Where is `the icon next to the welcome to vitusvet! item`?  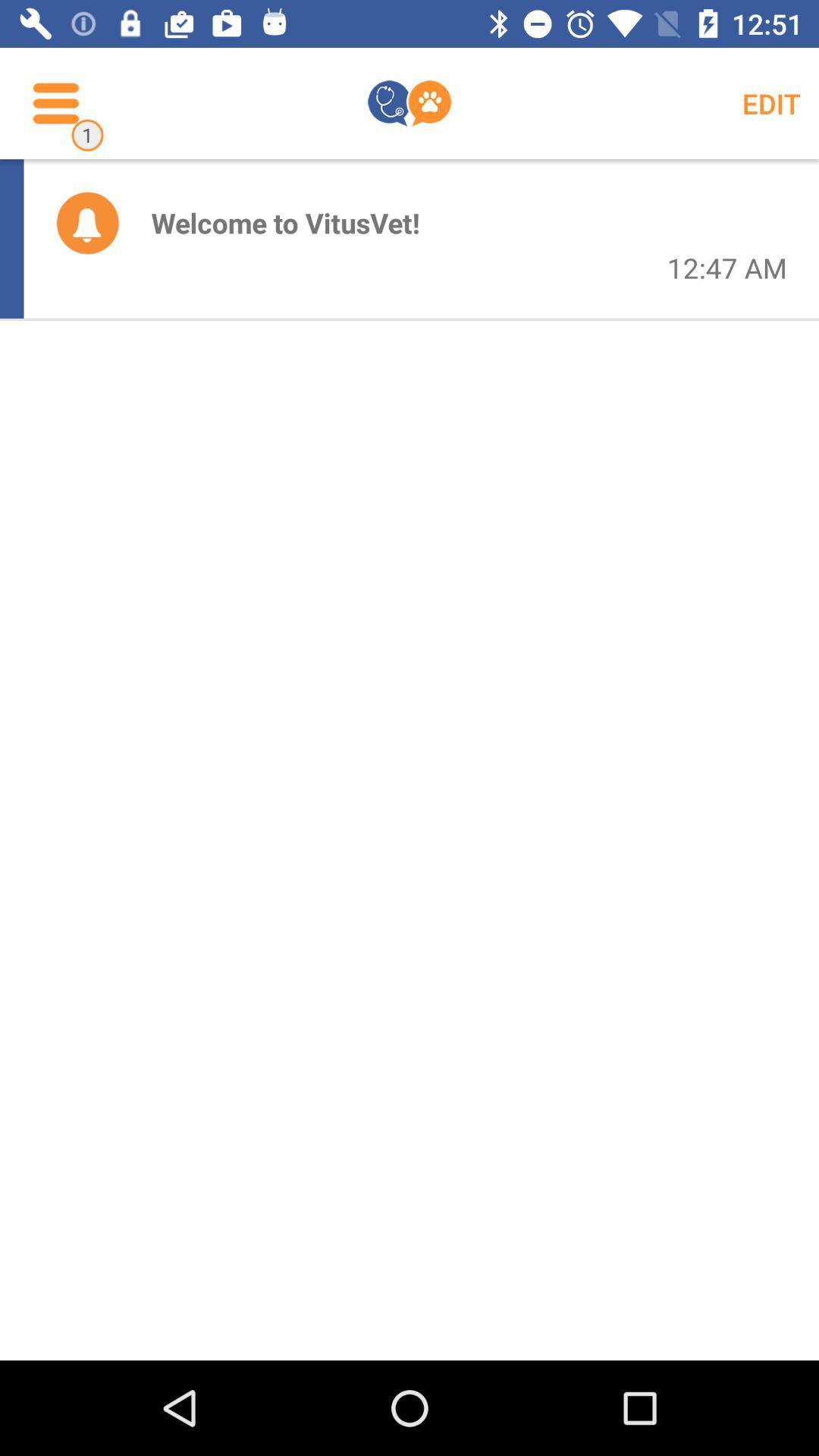 the icon next to the welcome to vitusvet! item is located at coordinates (726, 268).